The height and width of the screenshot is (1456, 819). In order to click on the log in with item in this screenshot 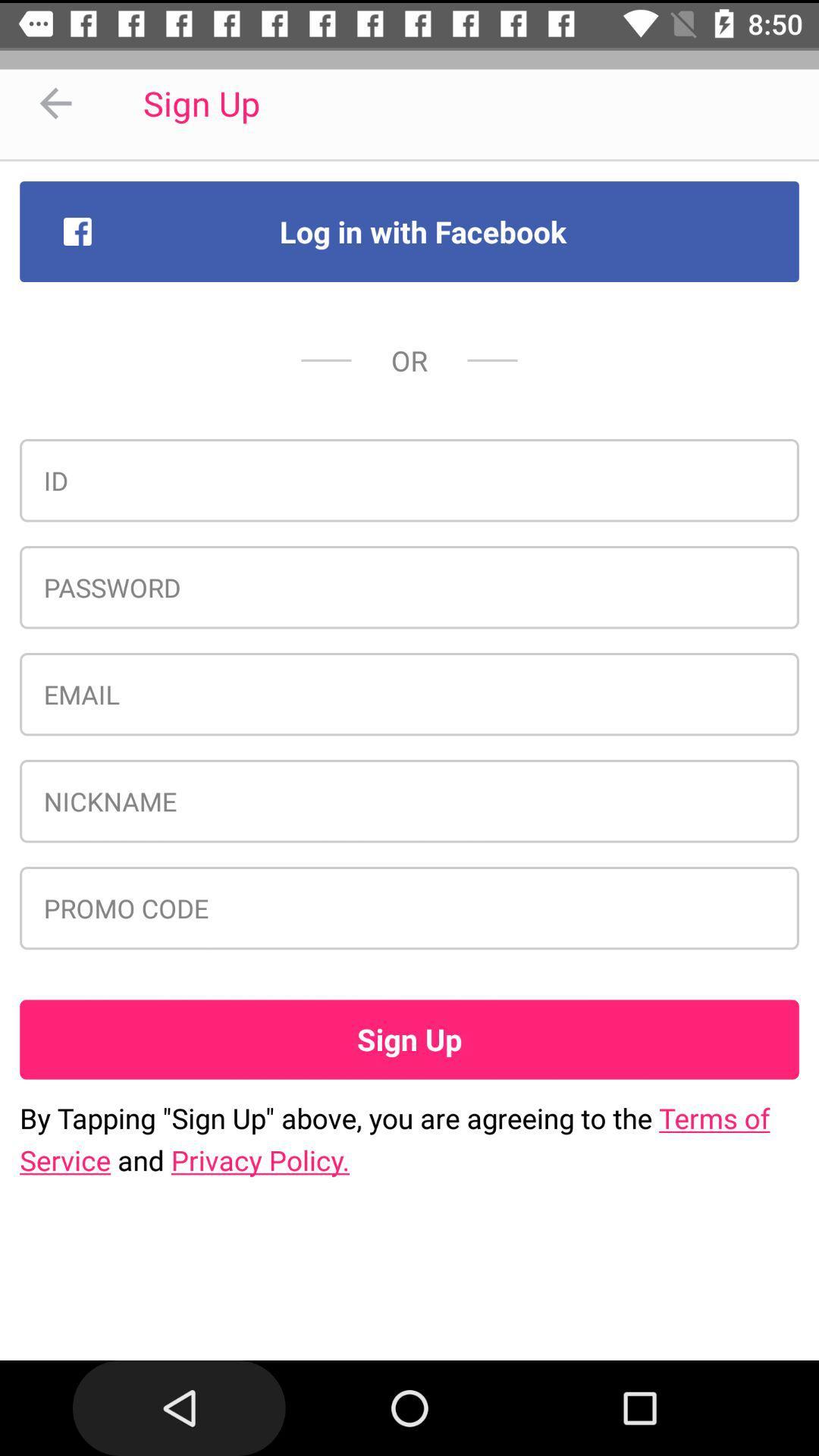, I will do `click(409, 231)`.